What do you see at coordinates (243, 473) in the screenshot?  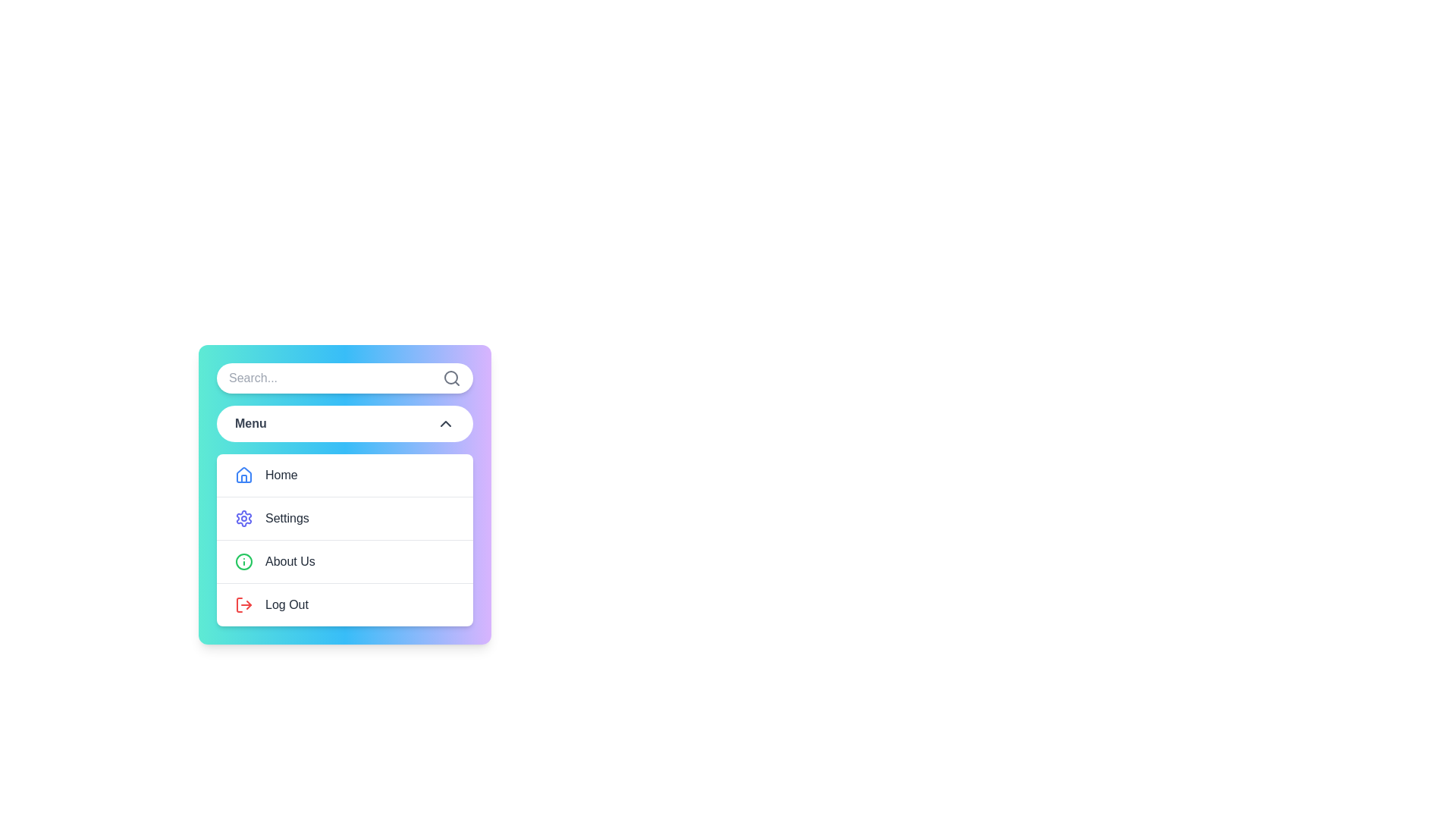 I see `the blue house icon located to the left of the 'Home' menu item in the vertical list of menu options` at bounding box center [243, 473].